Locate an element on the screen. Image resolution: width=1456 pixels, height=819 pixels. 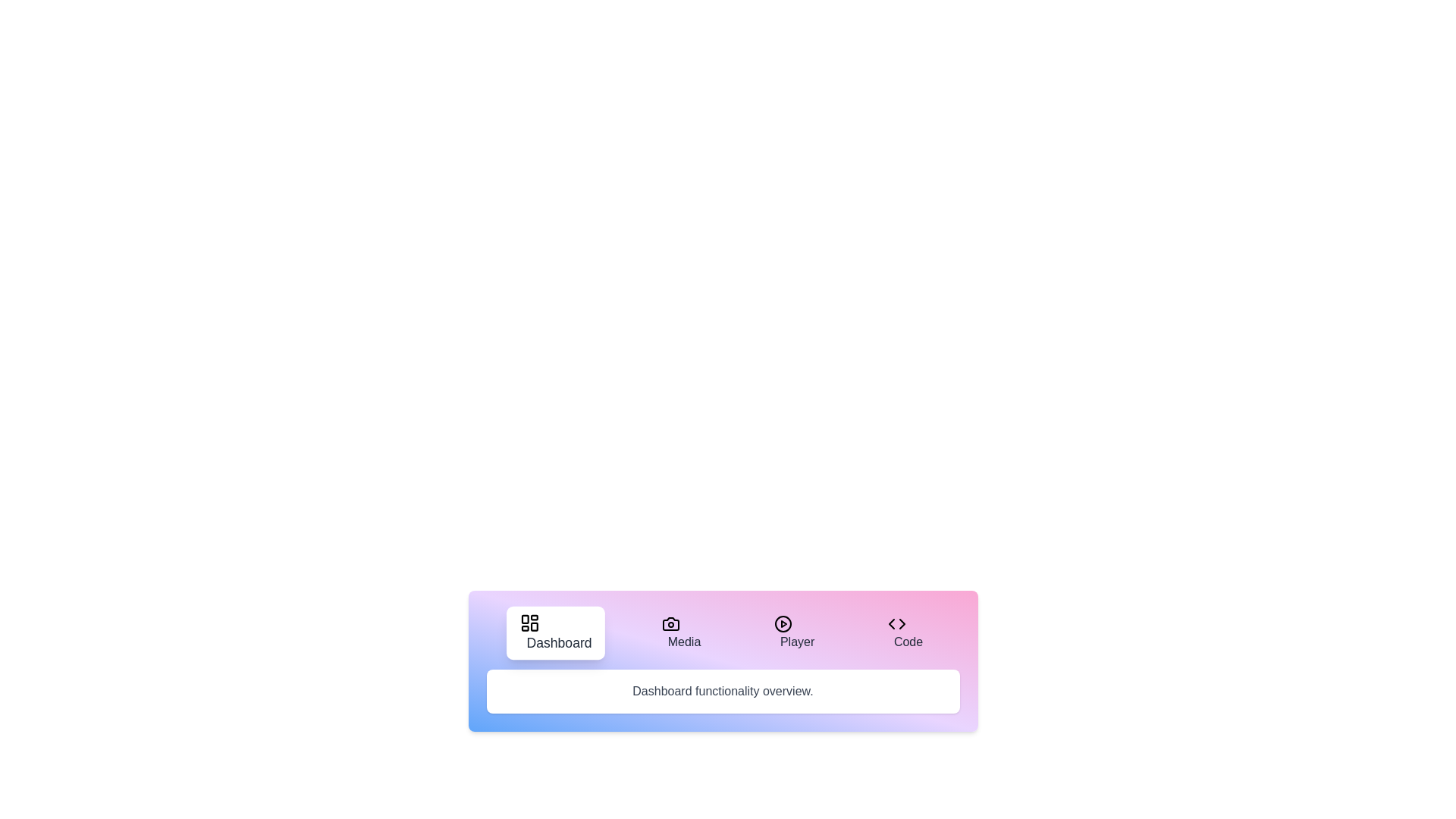
the tab labeled Code to observe visual feedback is located at coordinates (905, 632).